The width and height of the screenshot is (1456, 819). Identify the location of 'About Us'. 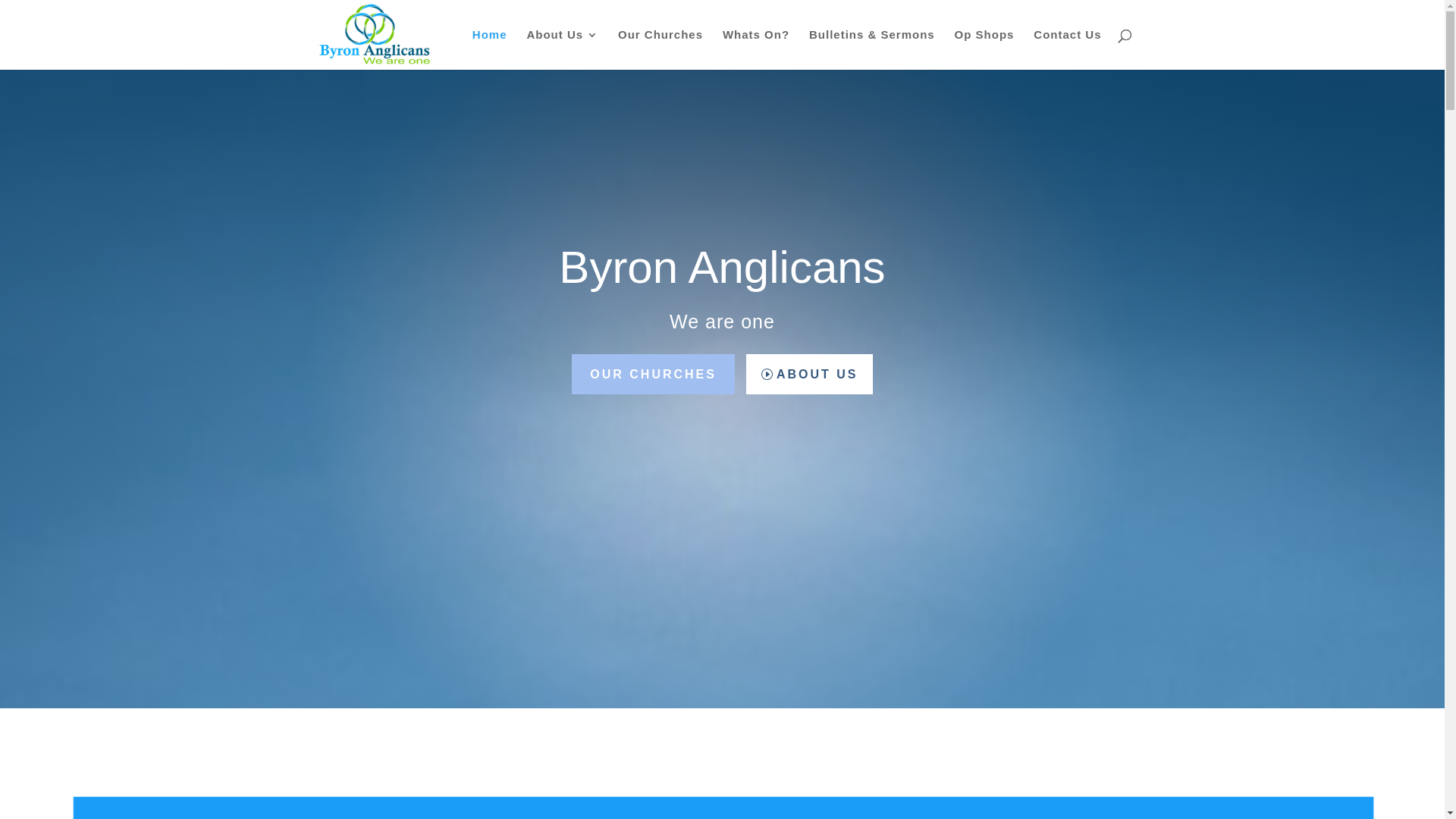
(561, 49).